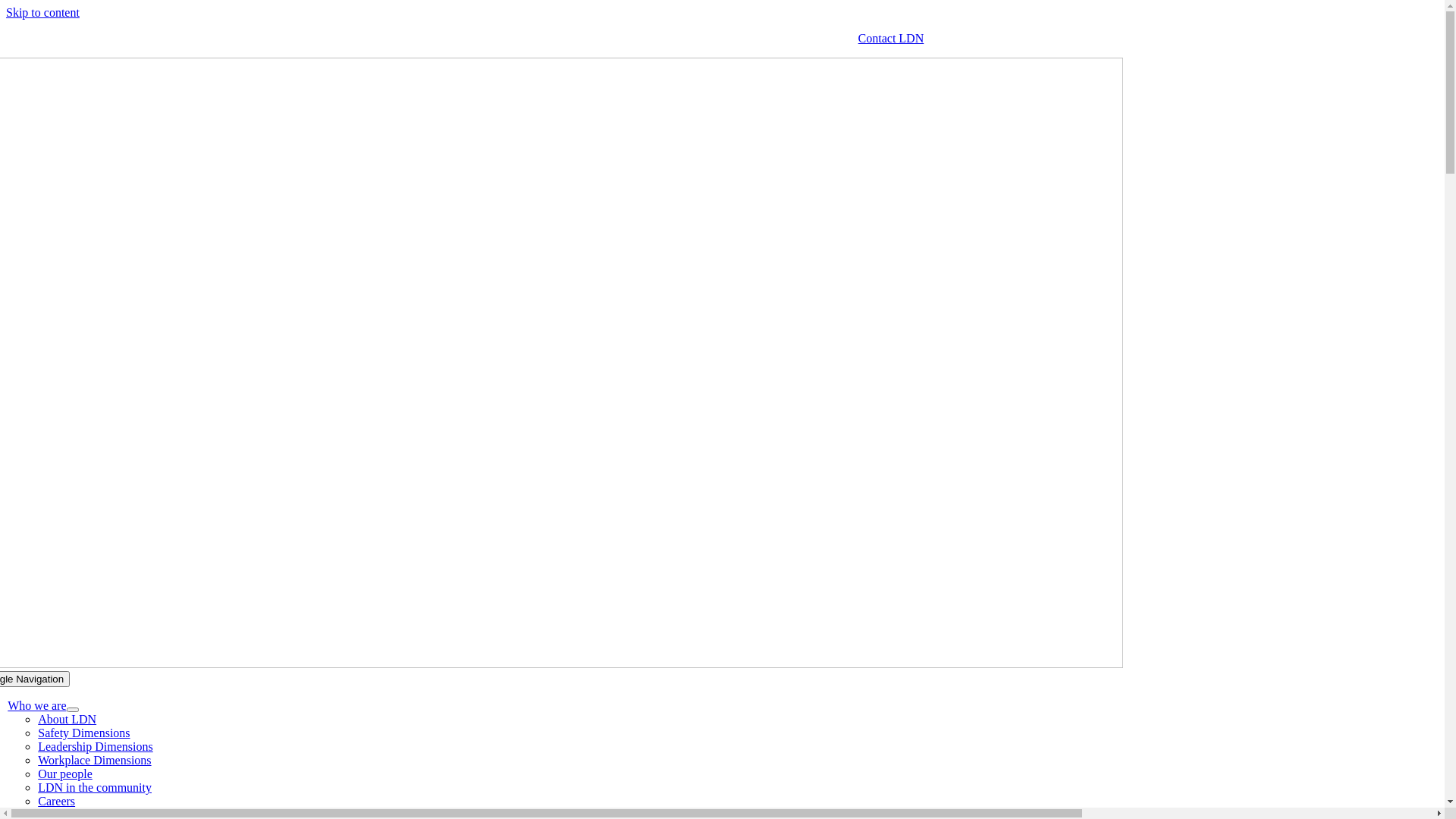 The image size is (1456, 819). Describe the element at coordinates (56, 800) in the screenshot. I see `'Careers'` at that location.